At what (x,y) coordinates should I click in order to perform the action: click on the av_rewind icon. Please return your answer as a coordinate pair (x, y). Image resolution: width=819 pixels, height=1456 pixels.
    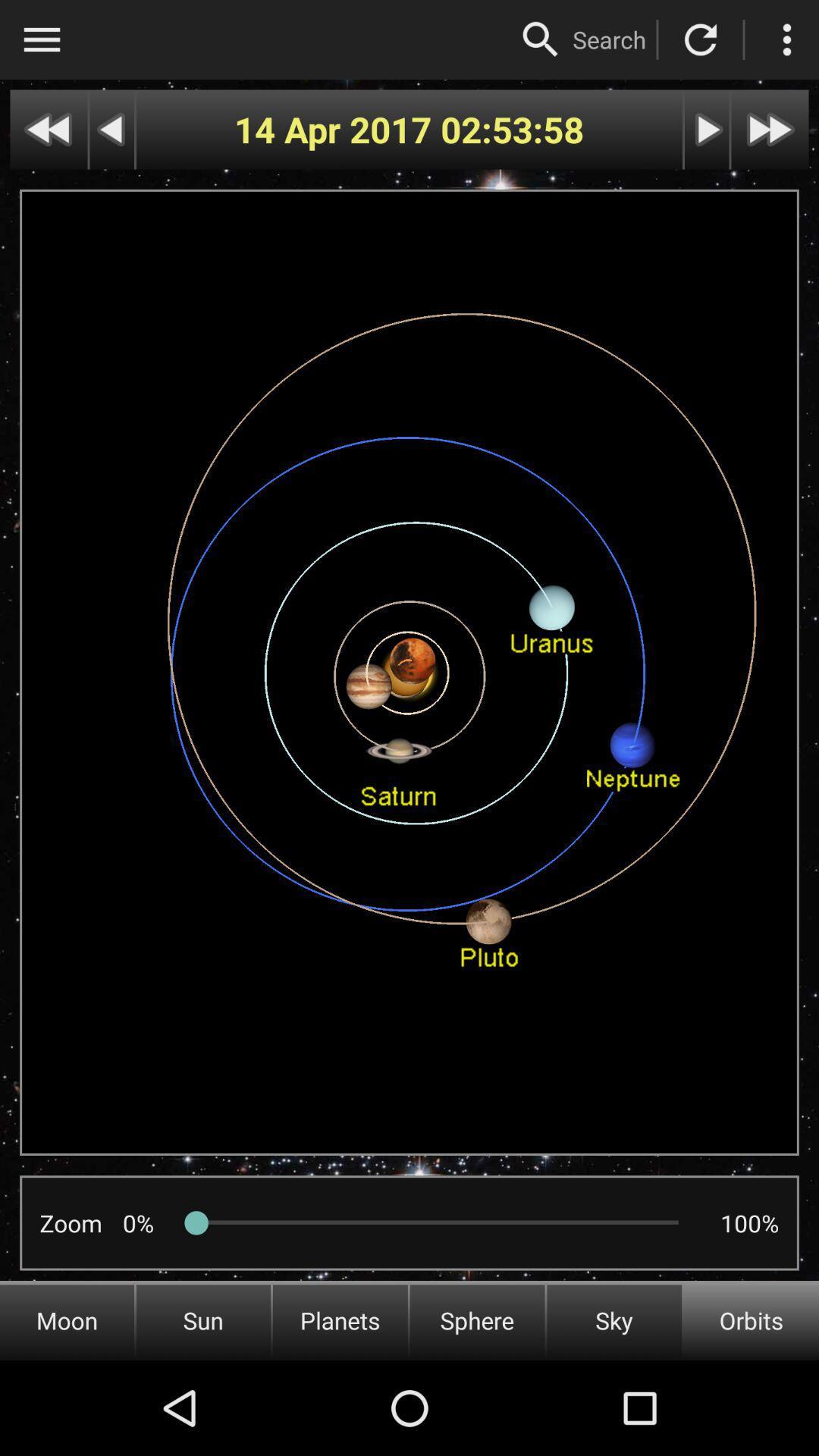
    Looking at the image, I should click on (48, 130).